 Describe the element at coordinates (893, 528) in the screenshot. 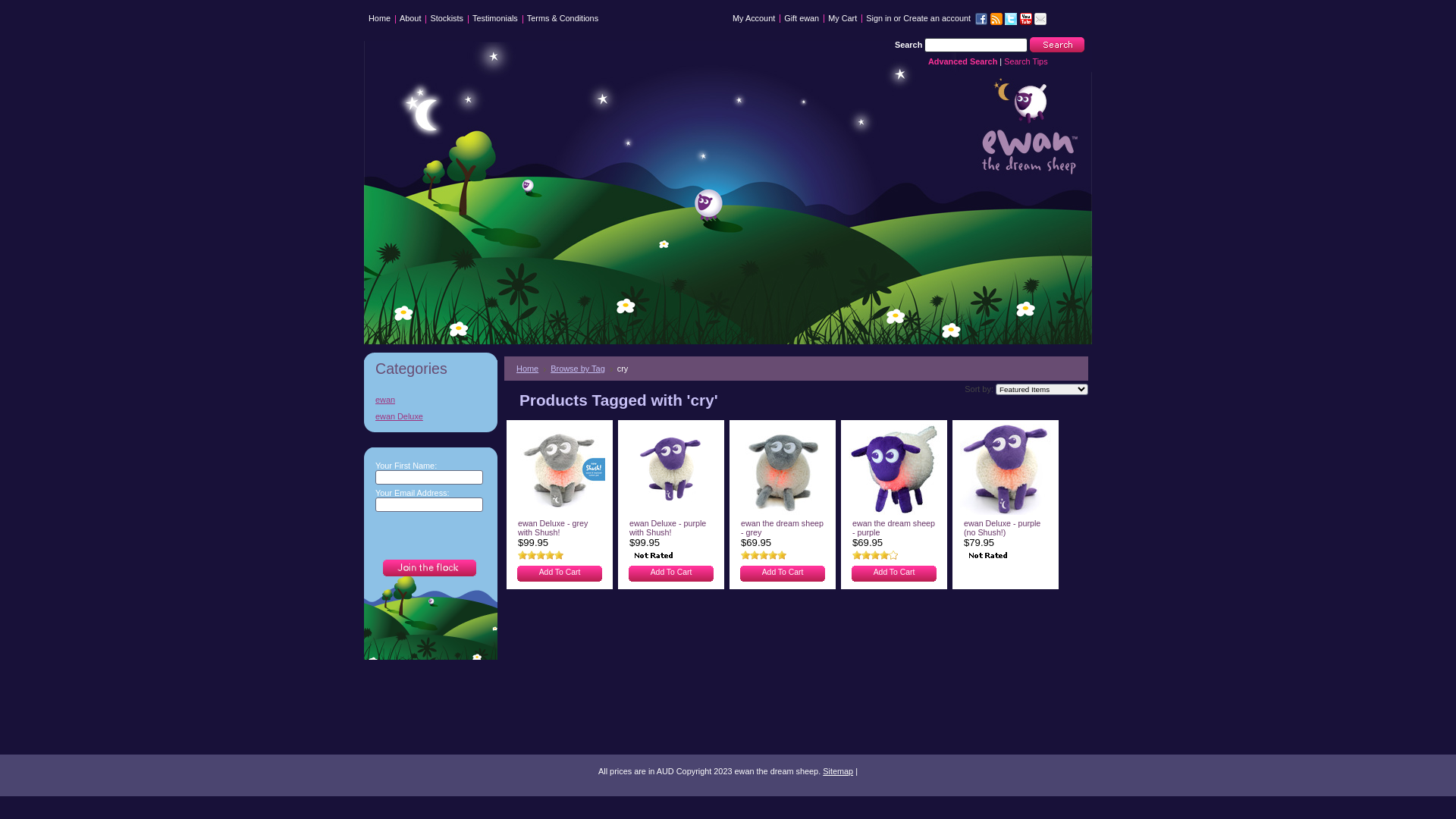

I see `'ewan the dream sheep - purple'` at that location.